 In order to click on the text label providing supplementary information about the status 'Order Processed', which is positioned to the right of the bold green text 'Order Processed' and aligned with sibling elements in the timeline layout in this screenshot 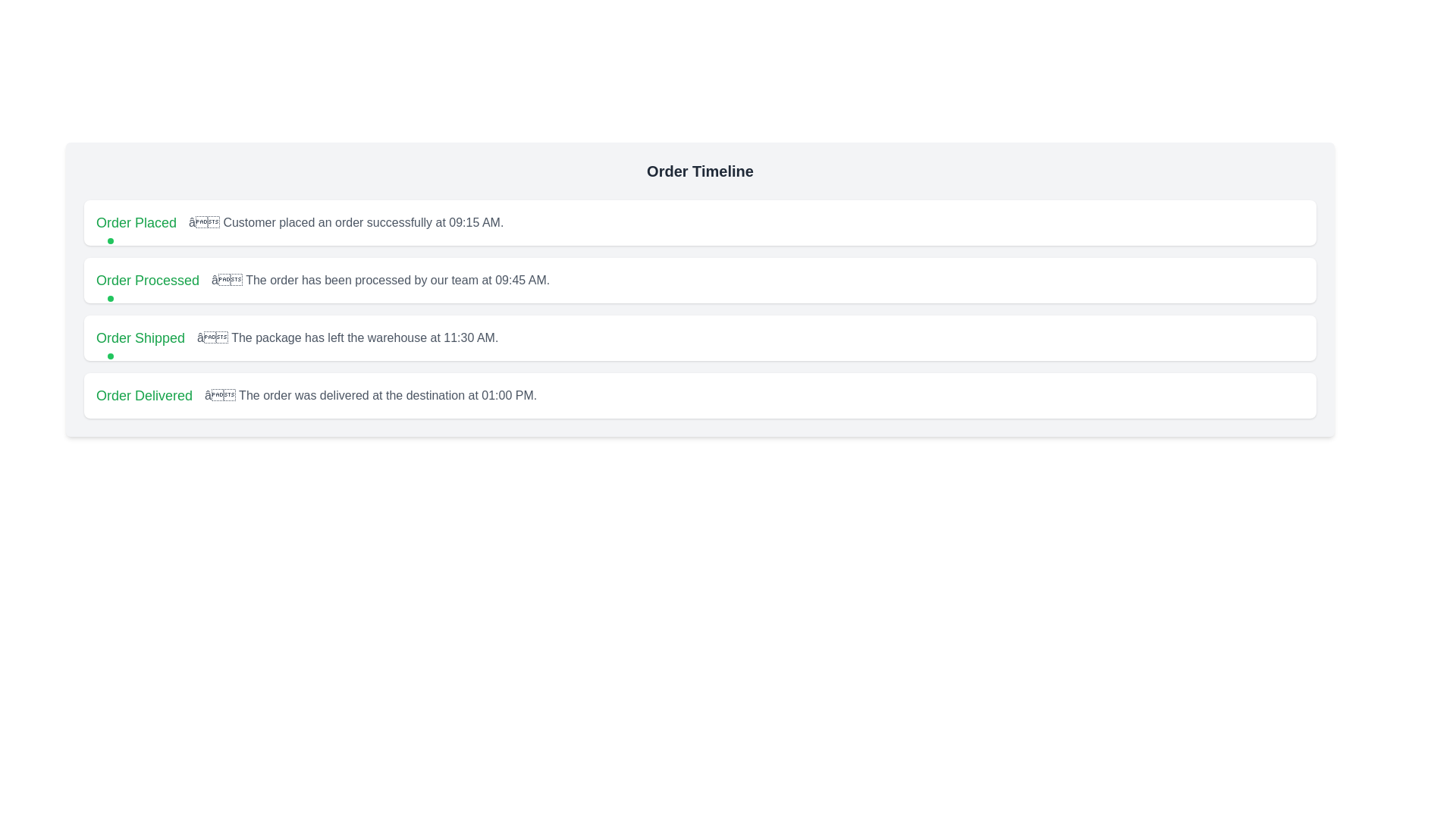, I will do `click(381, 281)`.